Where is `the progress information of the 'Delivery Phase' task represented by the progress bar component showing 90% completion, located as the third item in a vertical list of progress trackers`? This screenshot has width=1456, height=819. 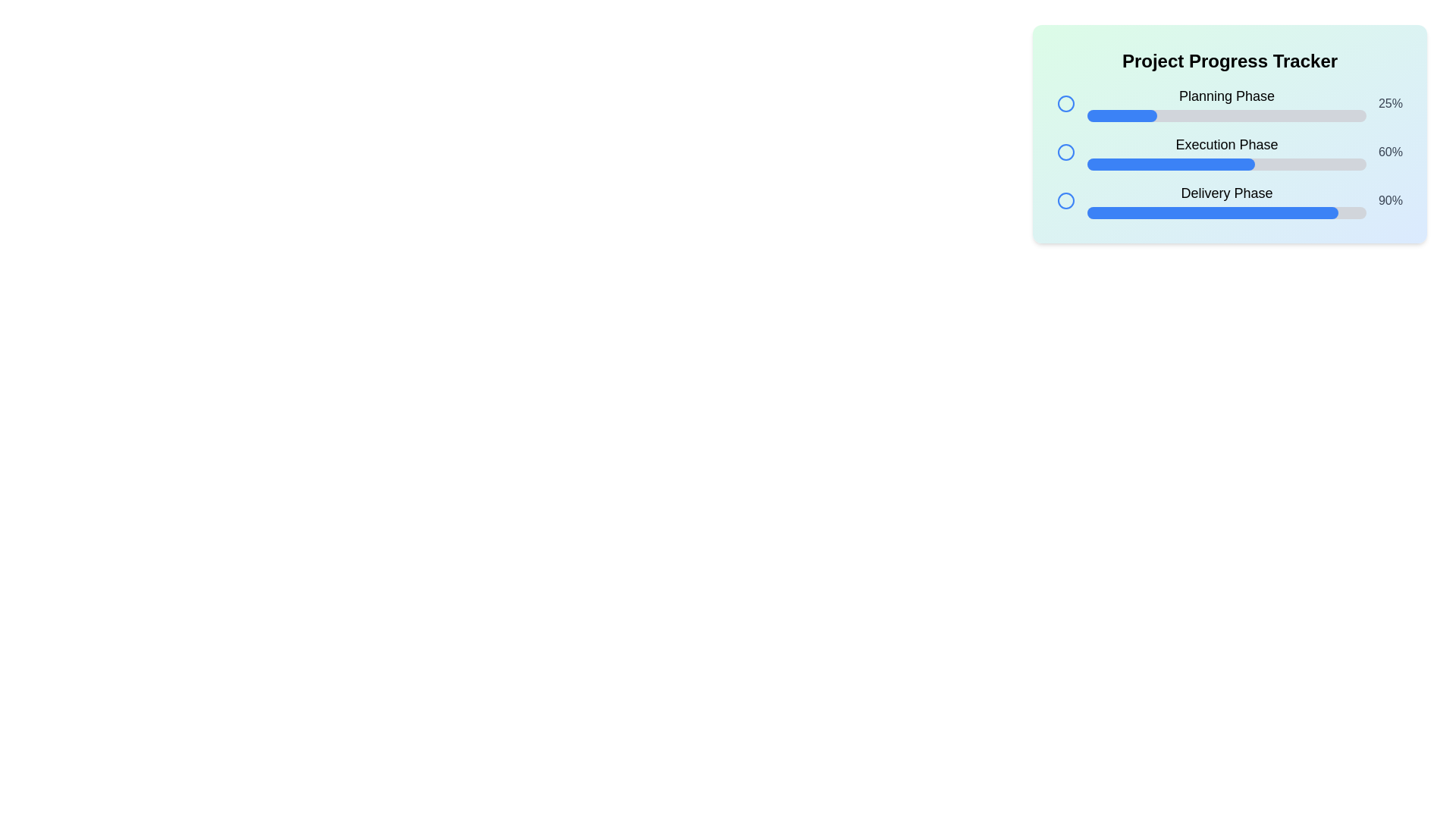
the progress information of the 'Delivery Phase' task represented by the progress bar component showing 90% completion, located as the third item in a vertical list of progress trackers is located at coordinates (1230, 200).